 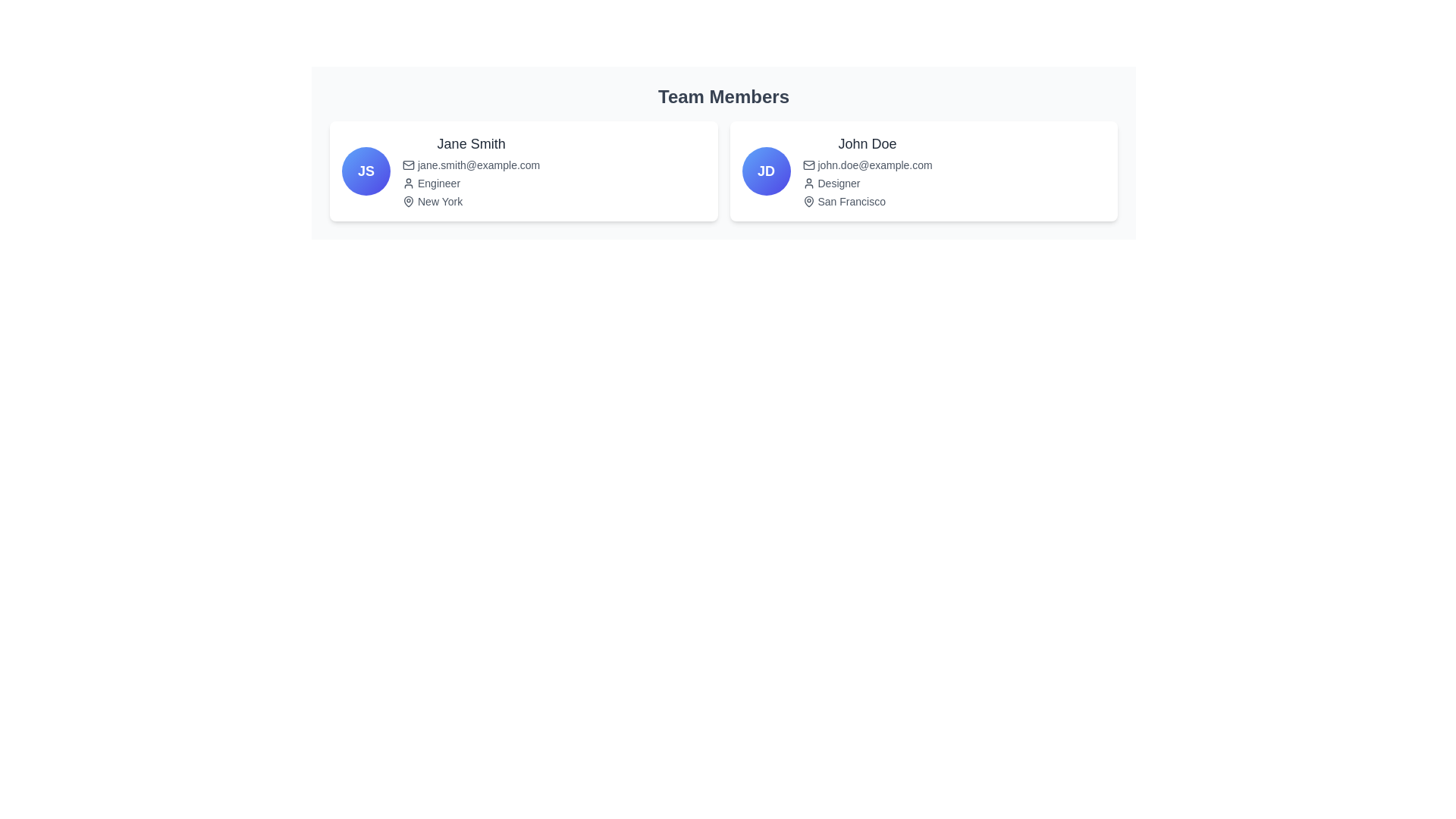 I want to click on email address displayed in small gray font below the name 'Jane Smith' and above the role 'Engineer', so click(x=470, y=165).